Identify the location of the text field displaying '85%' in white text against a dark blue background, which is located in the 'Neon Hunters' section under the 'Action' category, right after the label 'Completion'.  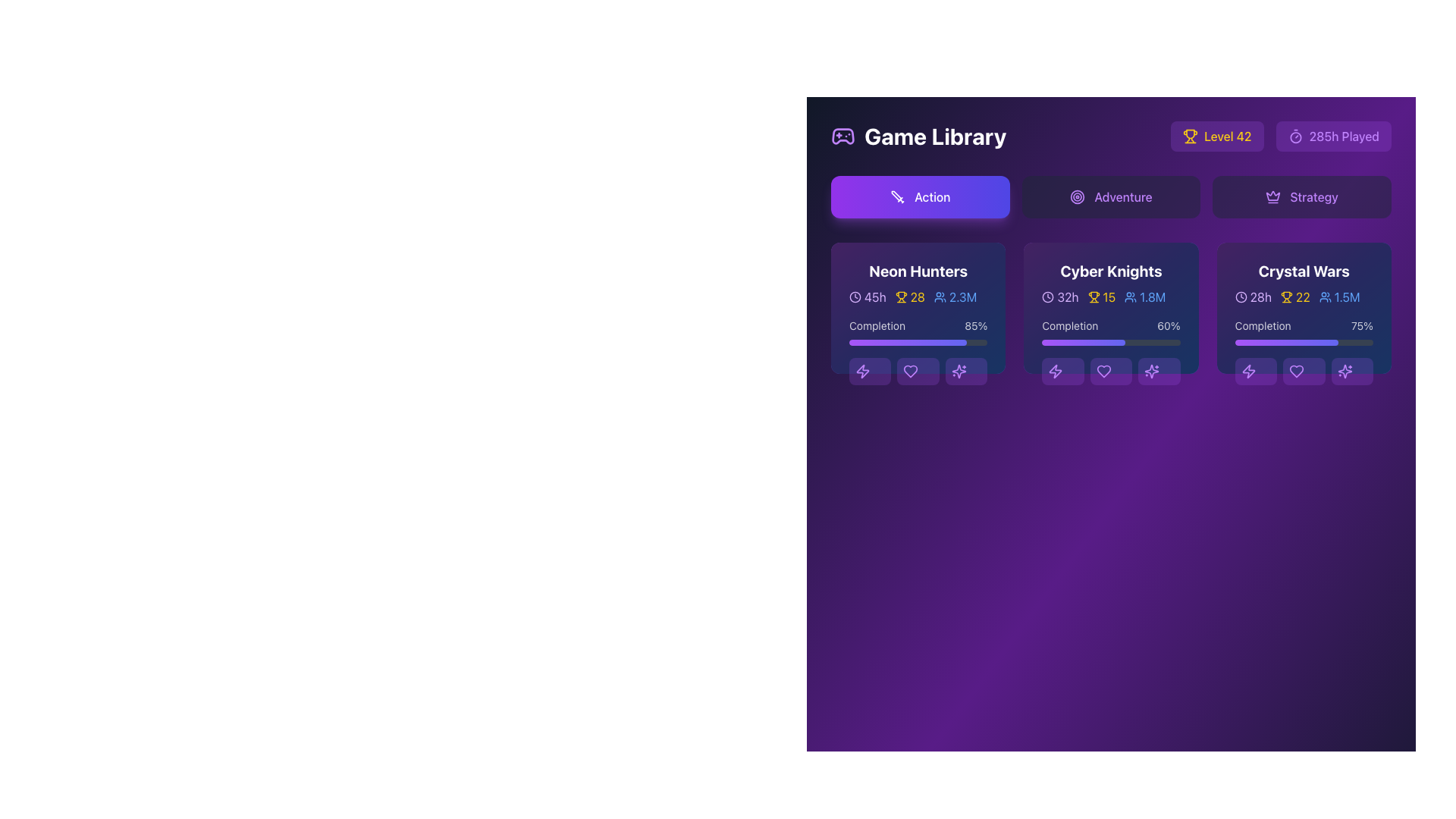
(976, 325).